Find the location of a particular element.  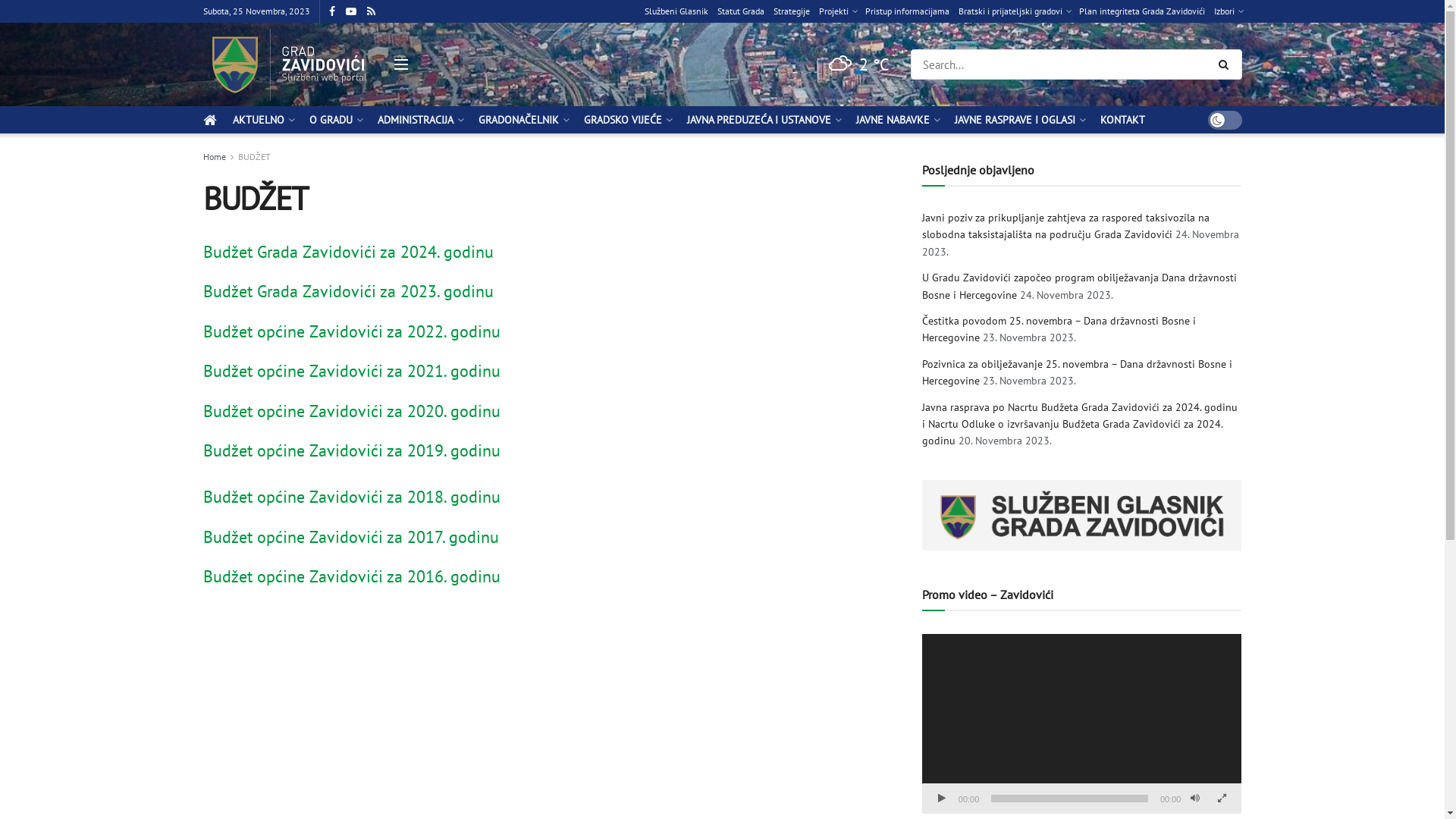

'Pristup informacijama' is located at coordinates (906, 11).